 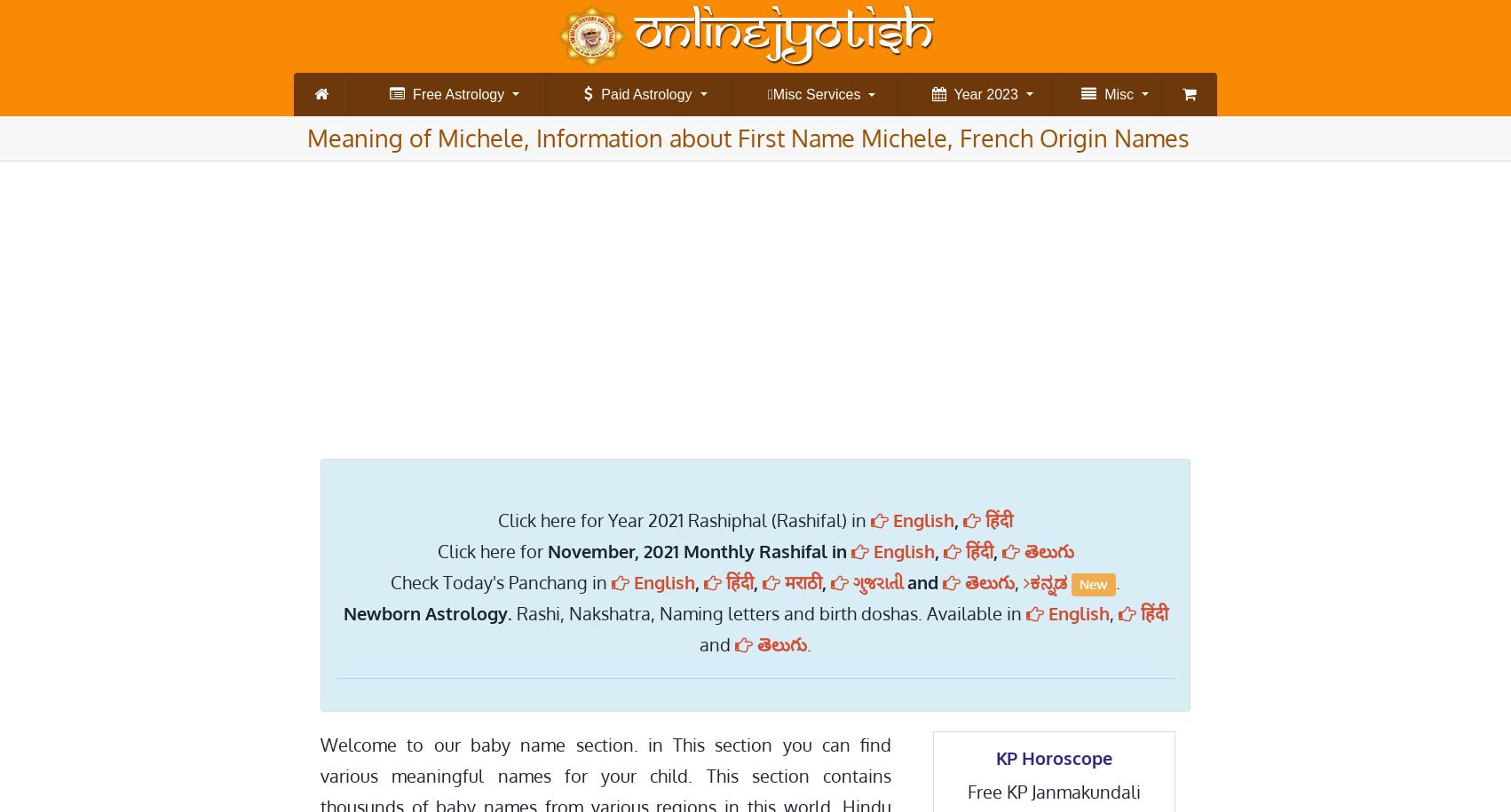 What do you see at coordinates (392, 211) in the screenshot?
I see `'Rashiphal (Rashifal)'` at bounding box center [392, 211].